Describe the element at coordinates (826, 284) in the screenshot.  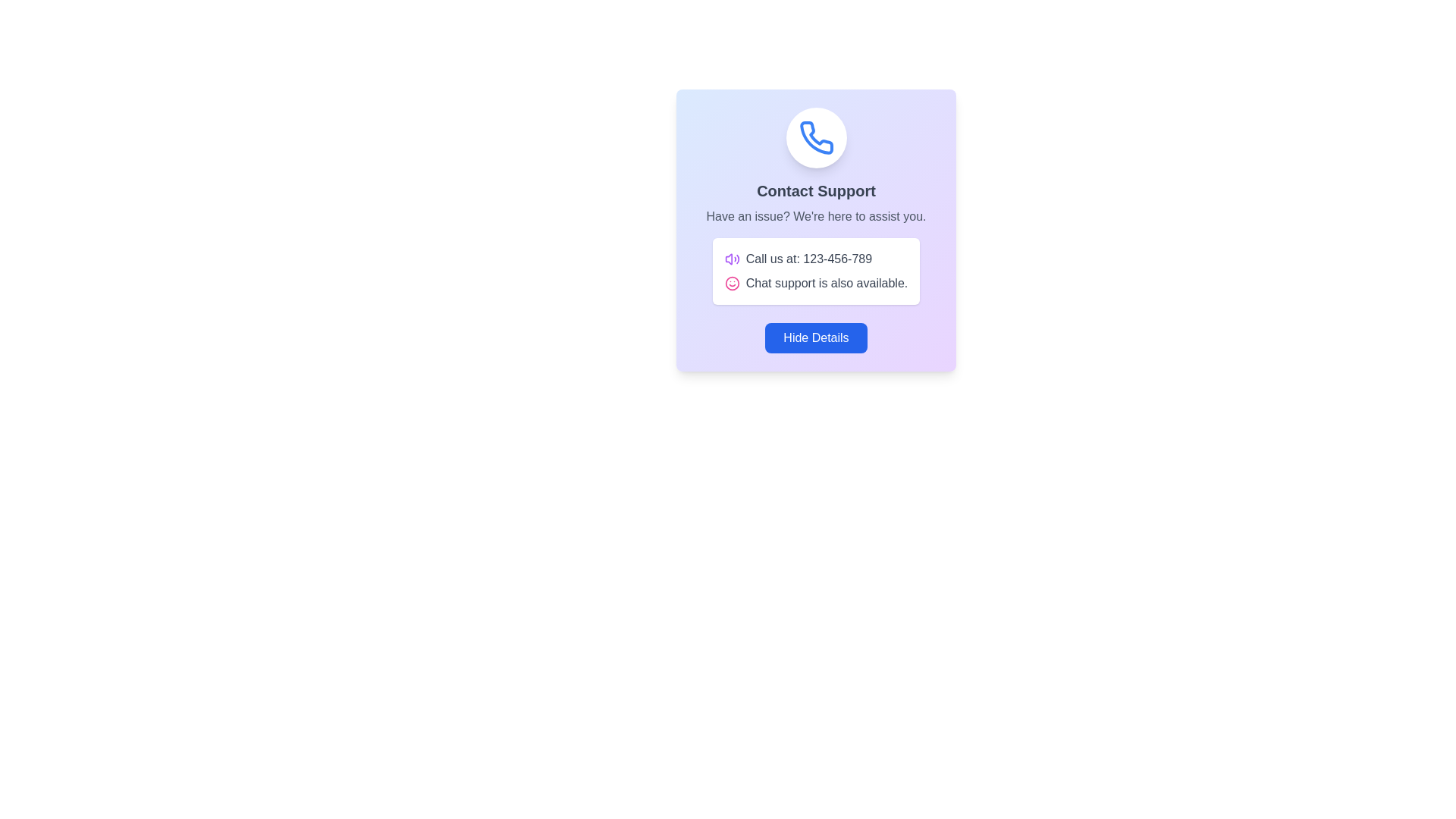
I see `the text label that reads 'Chat support is also available.' which is styled in gray and aligned horizontally next to a smiley face icon` at that location.